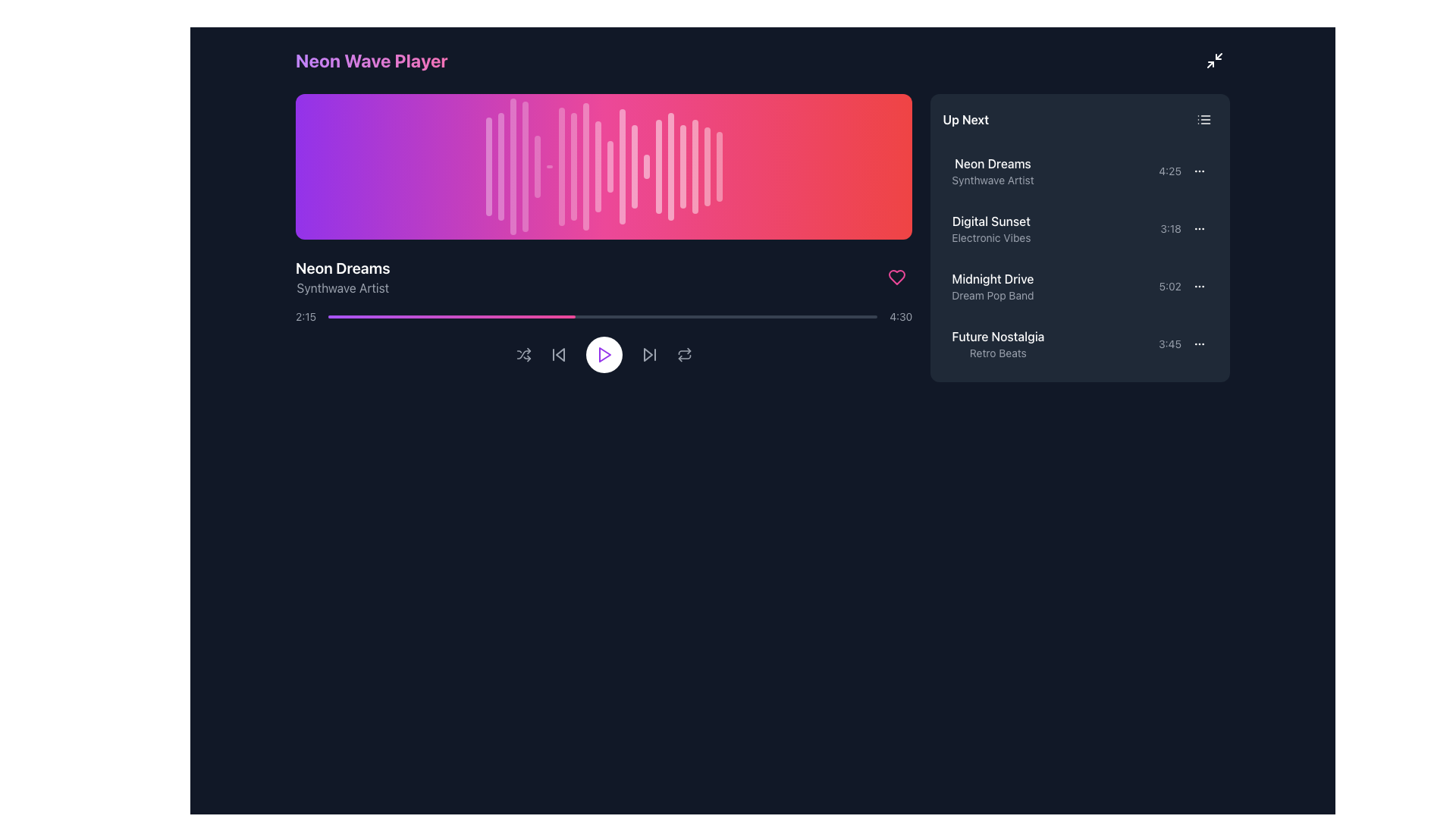 This screenshot has height=819, width=1456. Describe the element at coordinates (993, 164) in the screenshot. I see `text 'Neon Dreams' located in the 'Up Next' section of the music player interface, positioned above the subtitle 'Synthwave Artist'` at that location.